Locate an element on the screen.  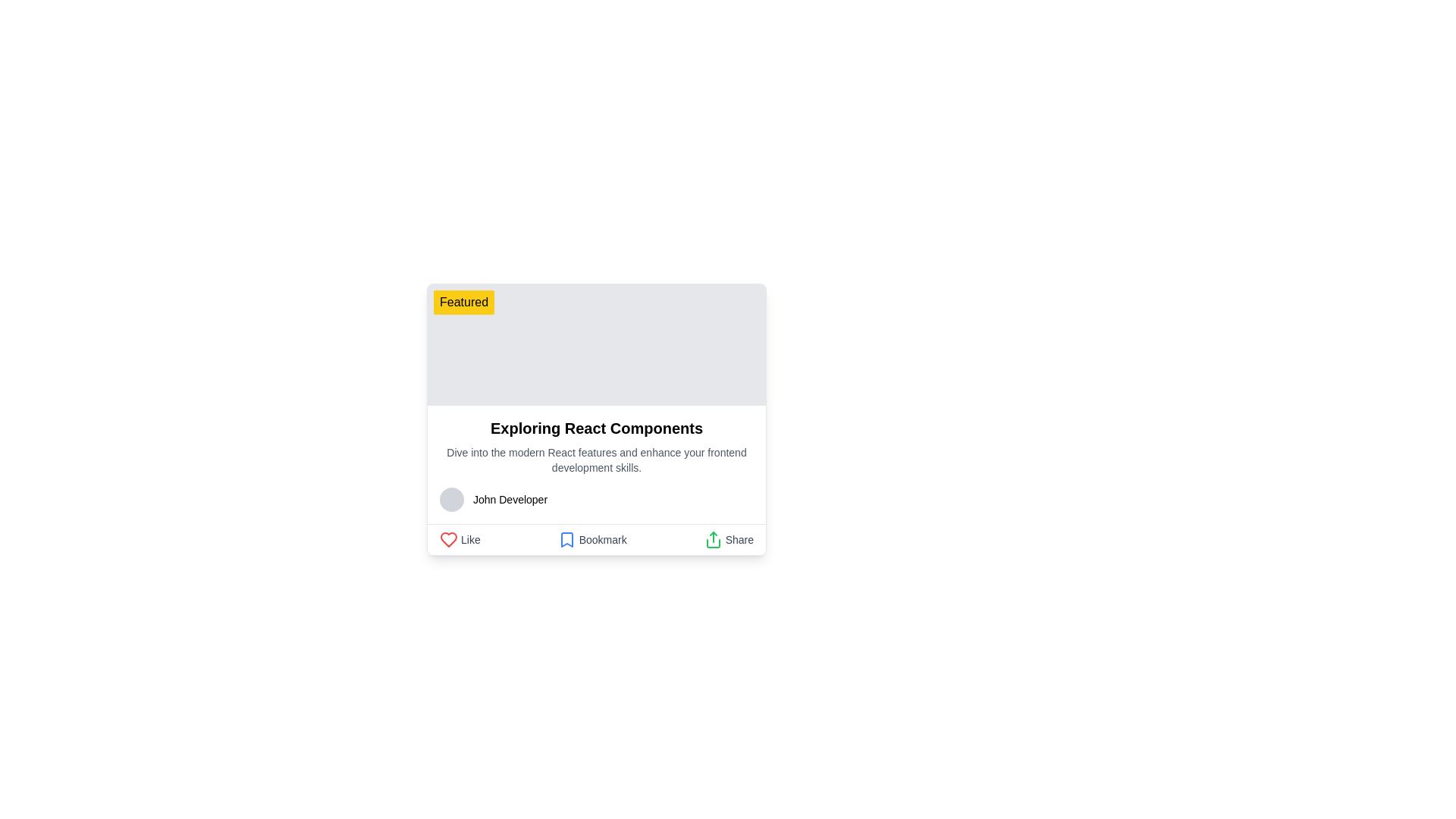
the 'Share' button located in the bottom-right corner of the card-like interface to initiate a sharing action is located at coordinates (712, 539).